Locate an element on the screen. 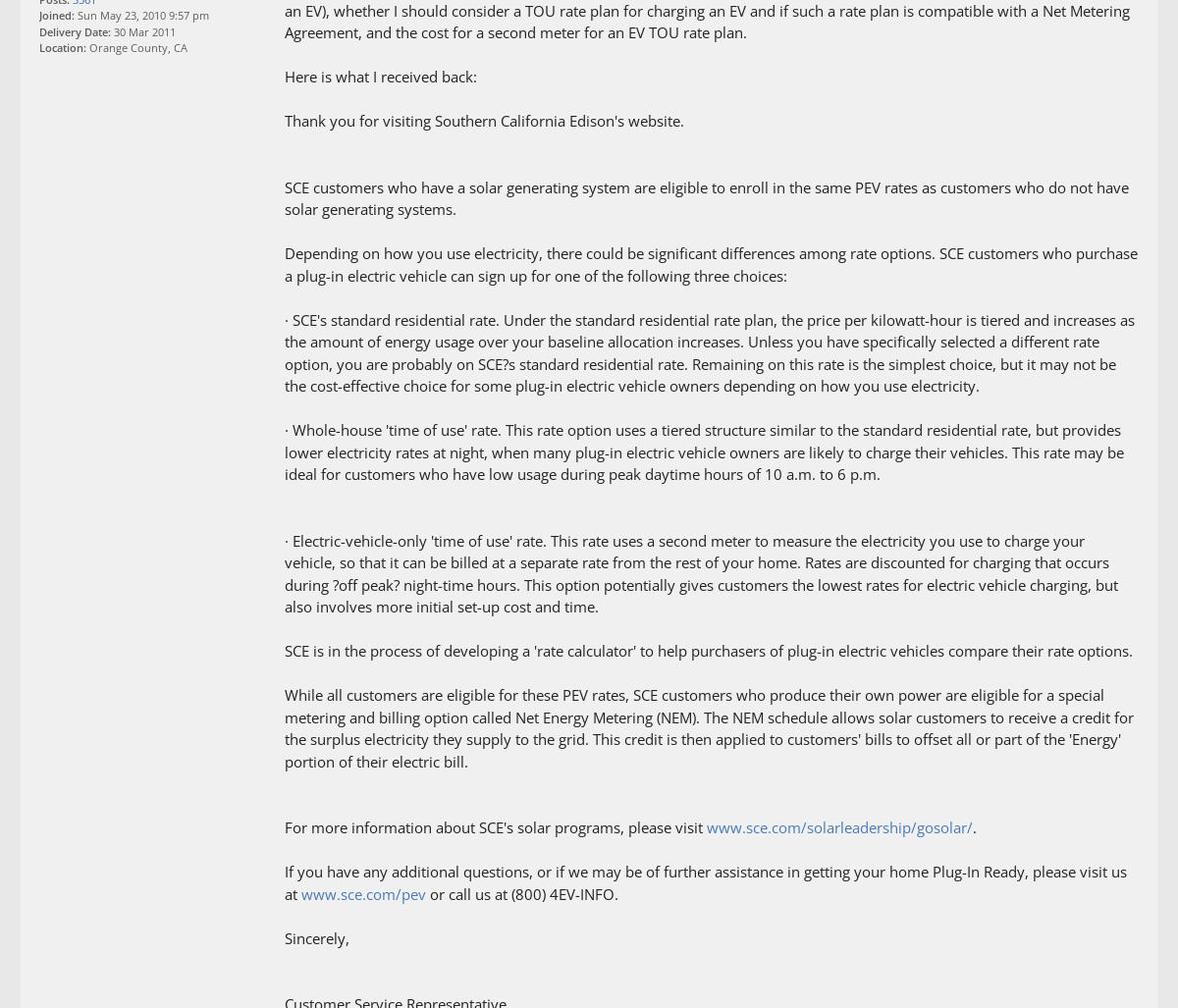 This screenshot has width=1178, height=1008. 'Orange County, CA' is located at coordinates (136, 47).